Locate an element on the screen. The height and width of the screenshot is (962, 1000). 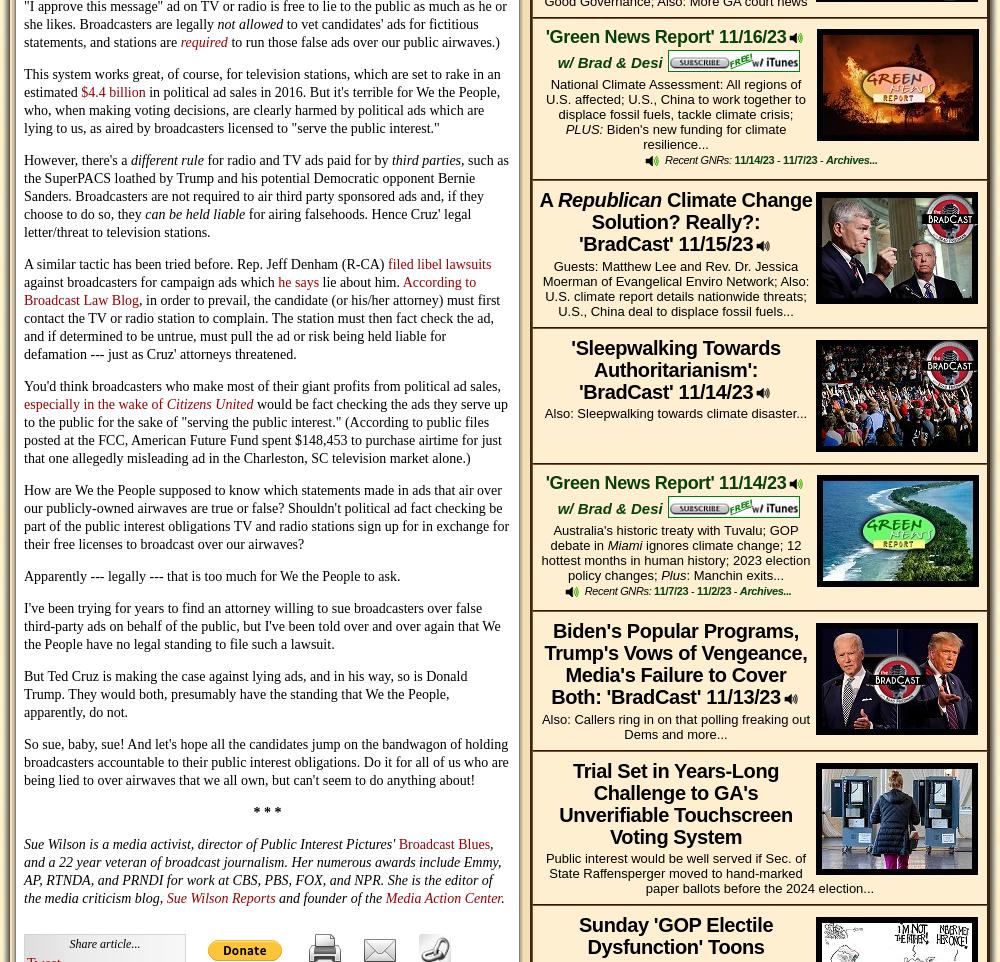
''Green News Report' 11/16/23' is located at coordinates (545, 34).